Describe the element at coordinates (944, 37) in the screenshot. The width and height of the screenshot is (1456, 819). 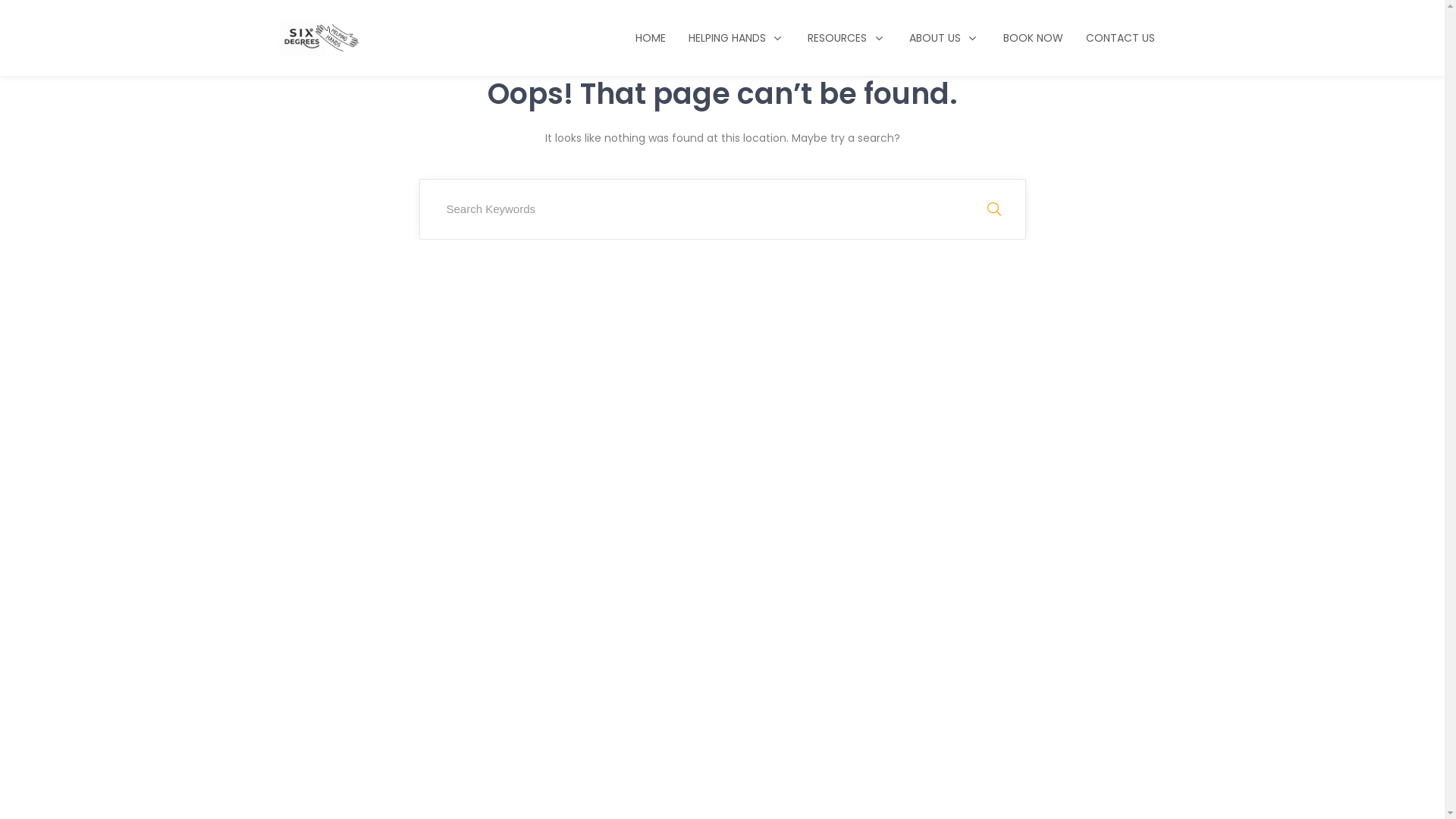
I see `'ABOUT US'` at that location.